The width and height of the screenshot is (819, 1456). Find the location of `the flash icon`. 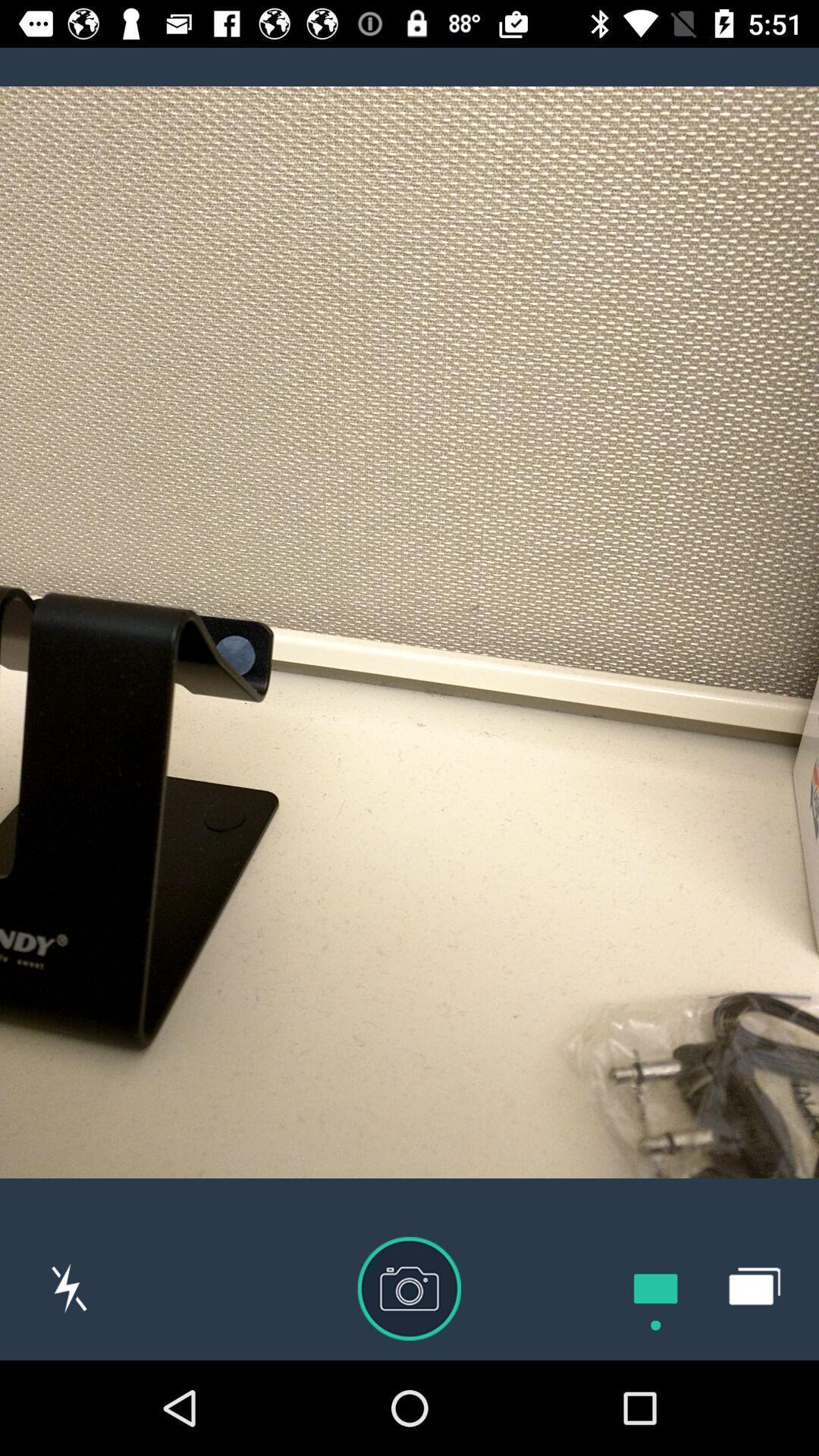

the flash icon is located at coordinates (69, 1288).